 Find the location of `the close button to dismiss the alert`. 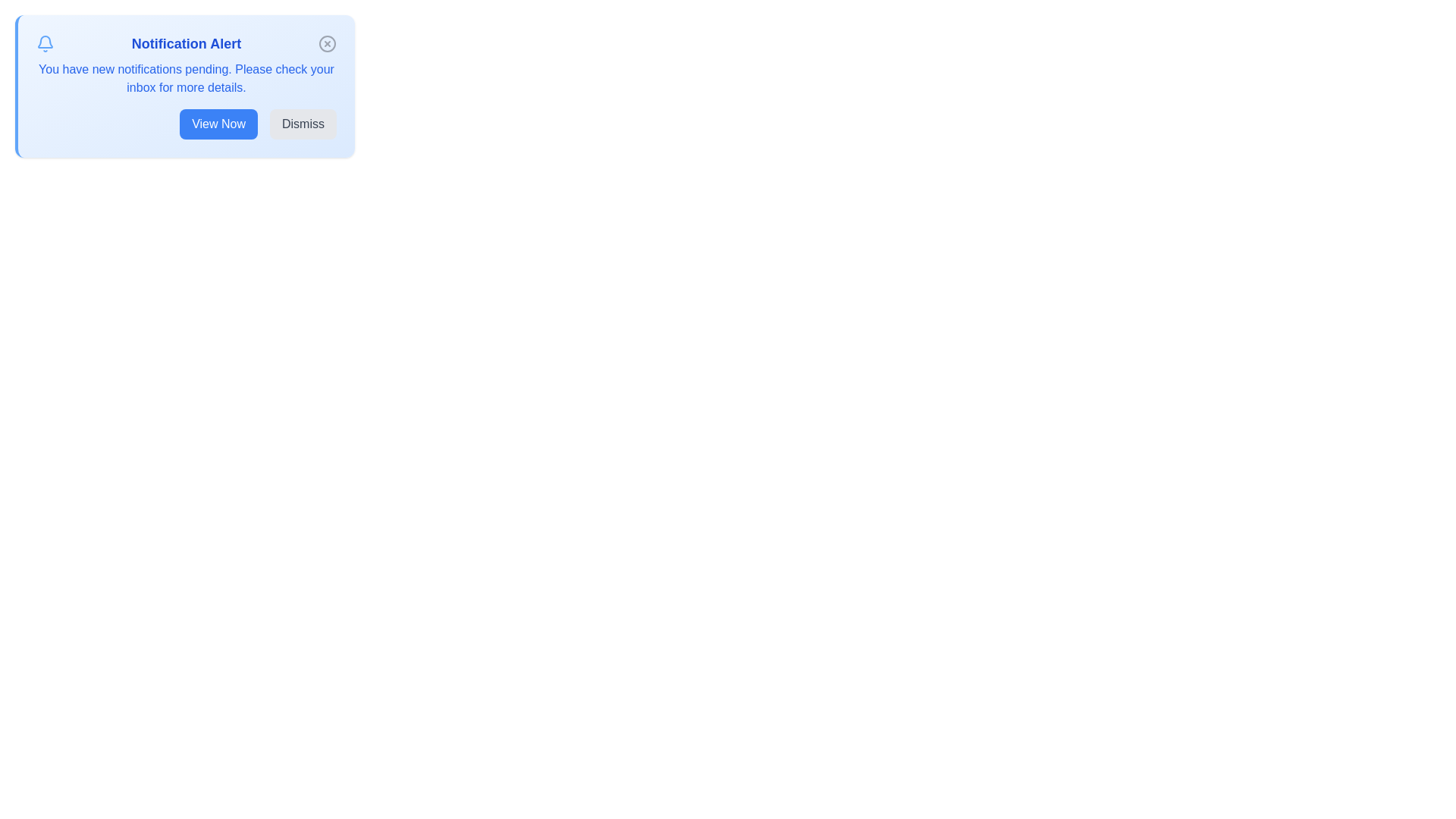

the close button to dismiss the alert is located at coordinates (327, 42).